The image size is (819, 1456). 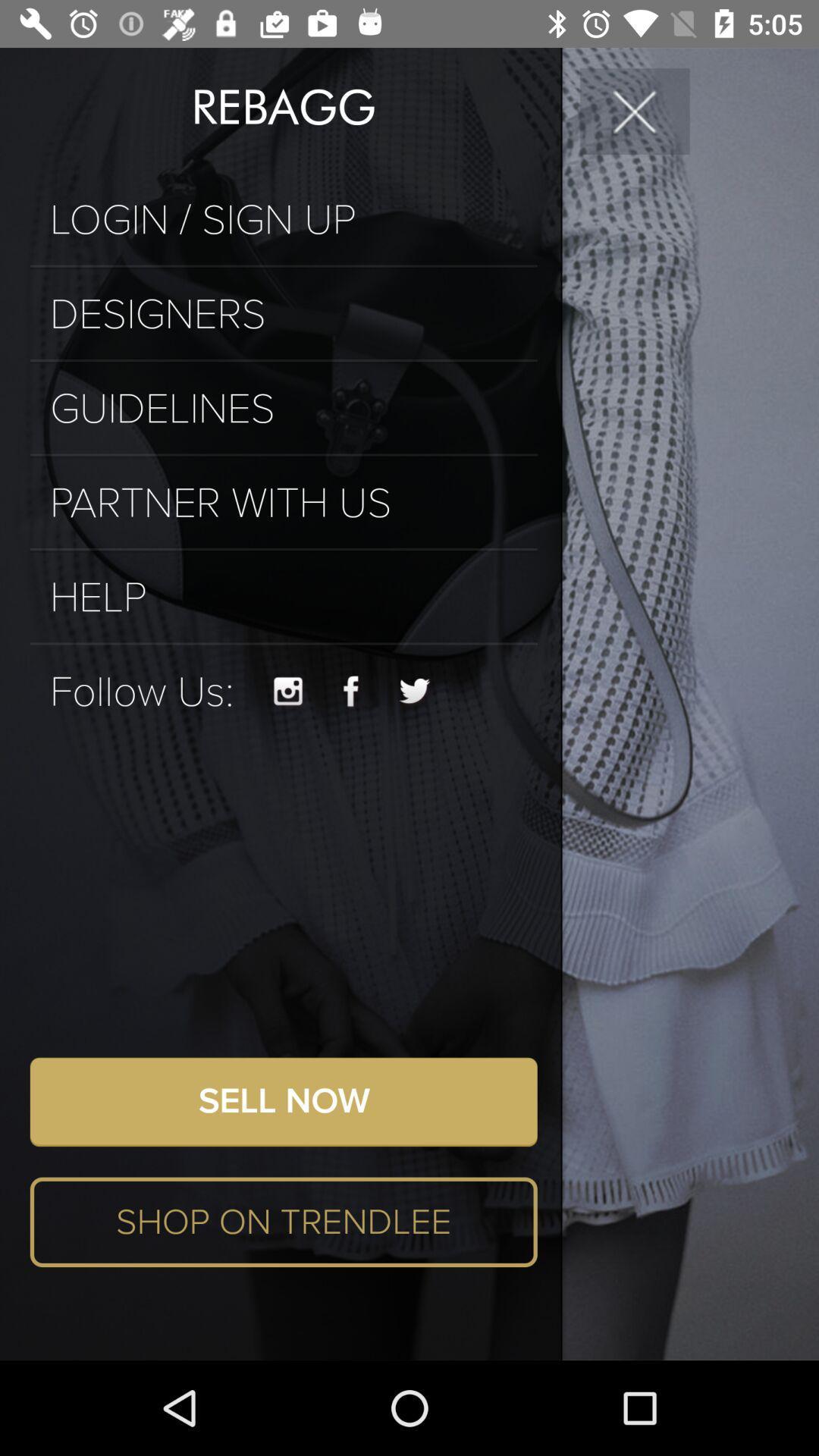 What do you see at coordinates (289, 691) in the screenshot?
I see `instagram button on page` at bounding box center [289, 691].